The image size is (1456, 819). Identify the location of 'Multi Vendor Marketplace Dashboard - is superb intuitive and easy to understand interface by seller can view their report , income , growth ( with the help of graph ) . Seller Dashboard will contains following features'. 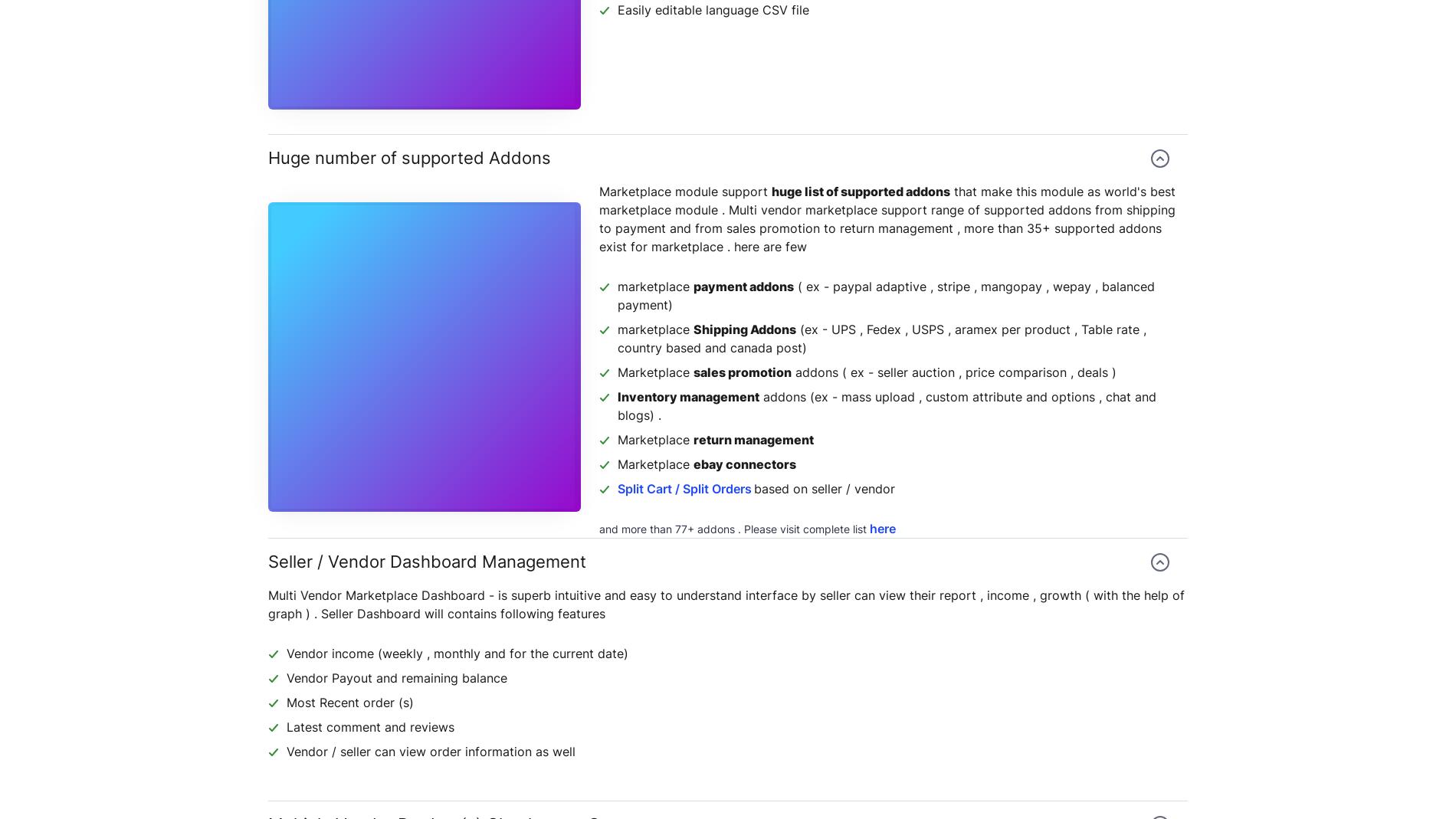
(725, 604).